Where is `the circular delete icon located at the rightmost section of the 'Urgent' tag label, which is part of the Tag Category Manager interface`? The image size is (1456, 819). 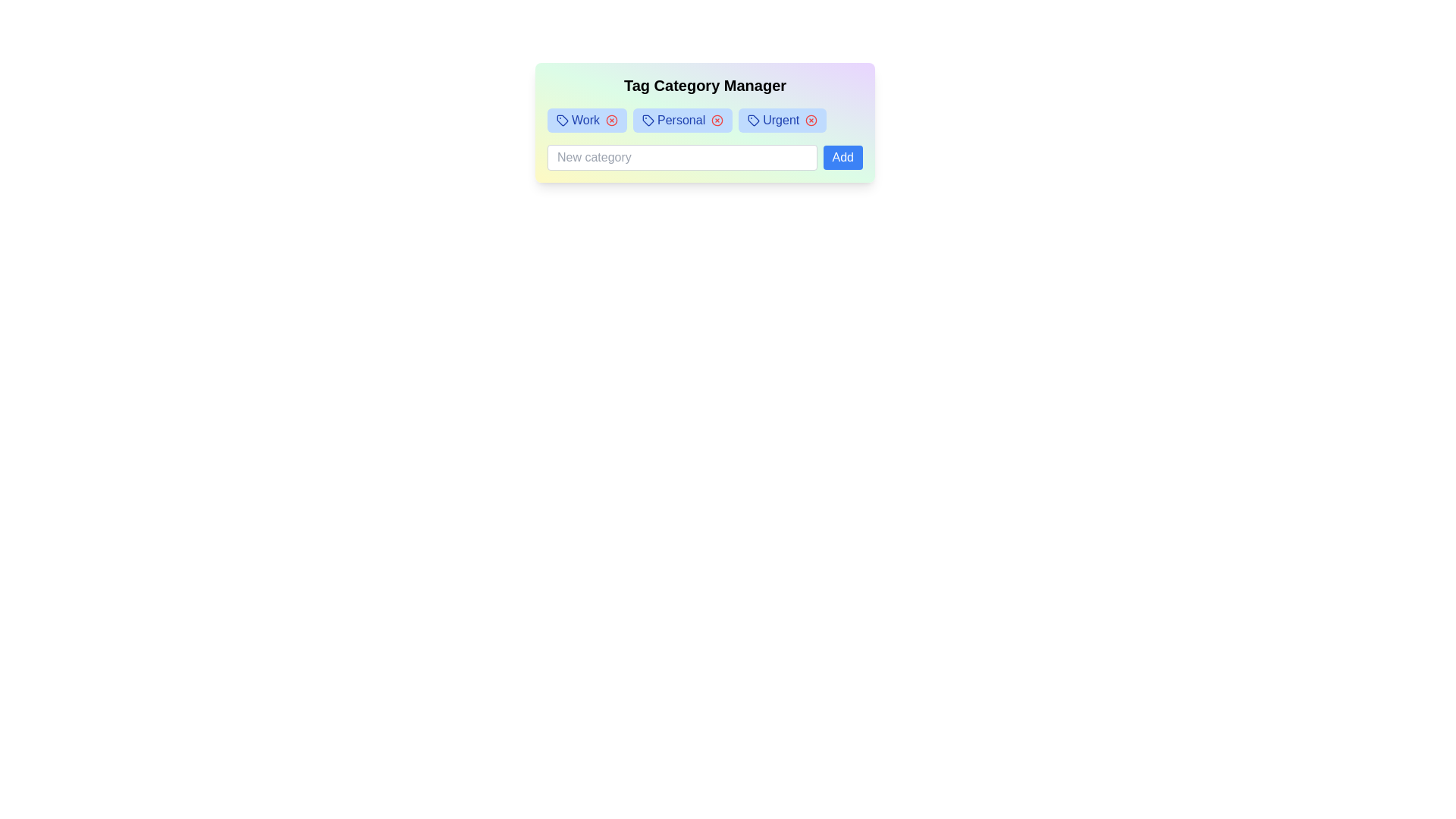
the circular delete icon located at the rightmost section of the 'Urgent' tag label, which is part of the Tag Category Manager interface is located at coordinates (811, 119).